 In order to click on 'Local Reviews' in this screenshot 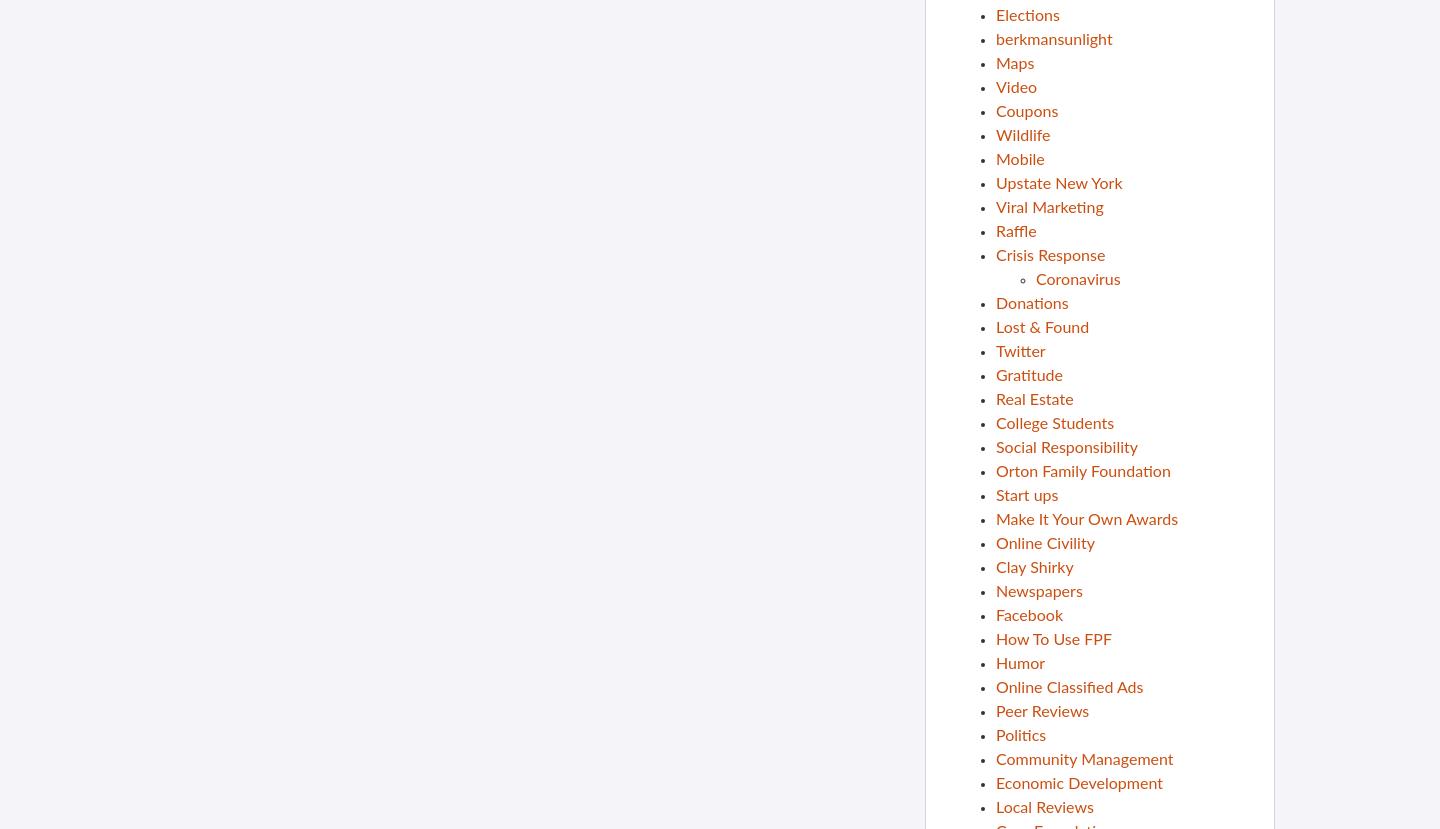, I will do `click(995, 806)`.